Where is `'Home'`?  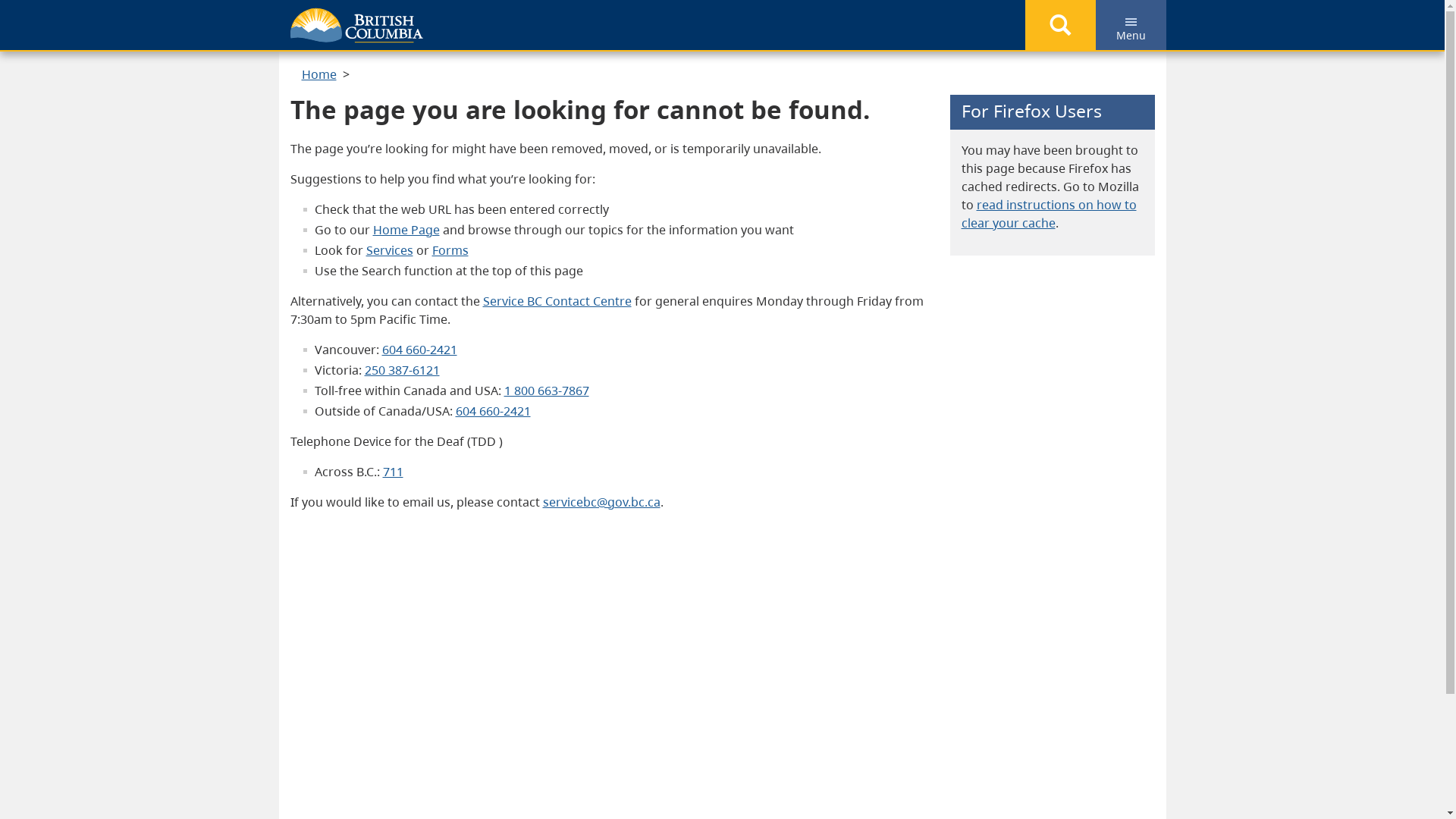 'Home' is located at coordinates (318, 74).